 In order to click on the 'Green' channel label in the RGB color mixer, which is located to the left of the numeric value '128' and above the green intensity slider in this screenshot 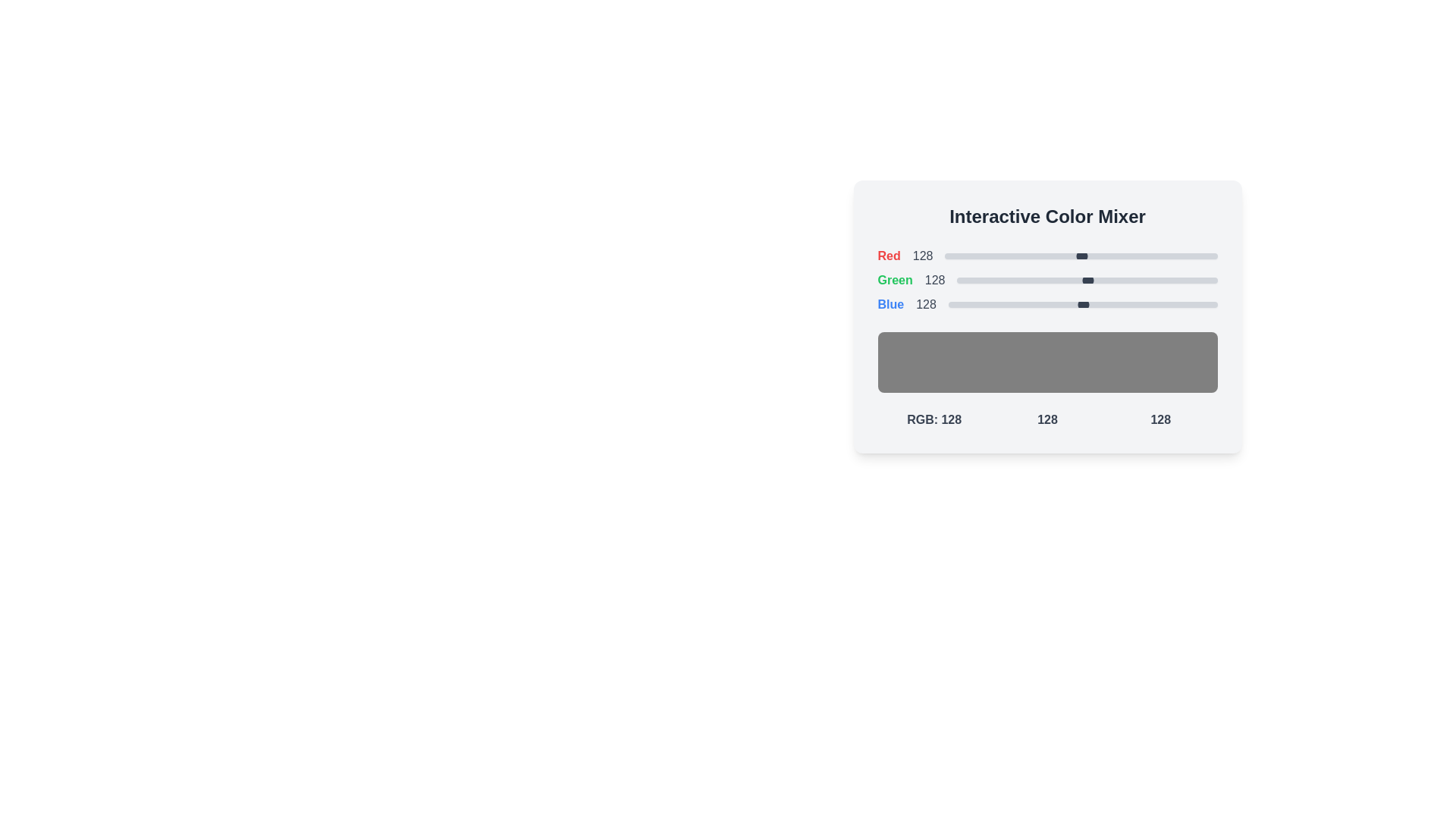, I will do `click(895, 281)`.